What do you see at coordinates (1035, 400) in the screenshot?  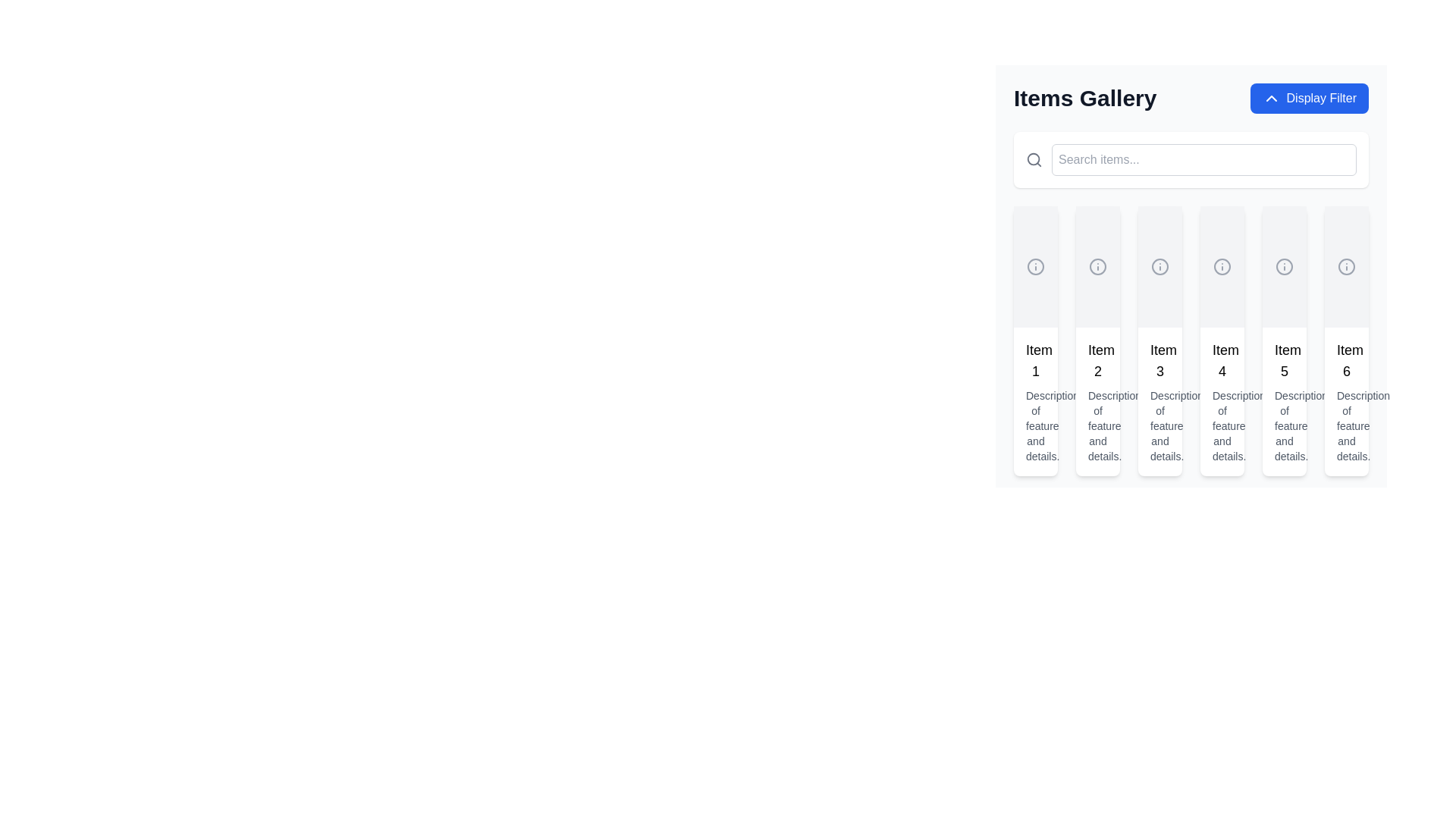 I see `the text from the 'Item 1' text block, which is the first element in the vertical layout of the grid` at bounding box center [1035, 400].